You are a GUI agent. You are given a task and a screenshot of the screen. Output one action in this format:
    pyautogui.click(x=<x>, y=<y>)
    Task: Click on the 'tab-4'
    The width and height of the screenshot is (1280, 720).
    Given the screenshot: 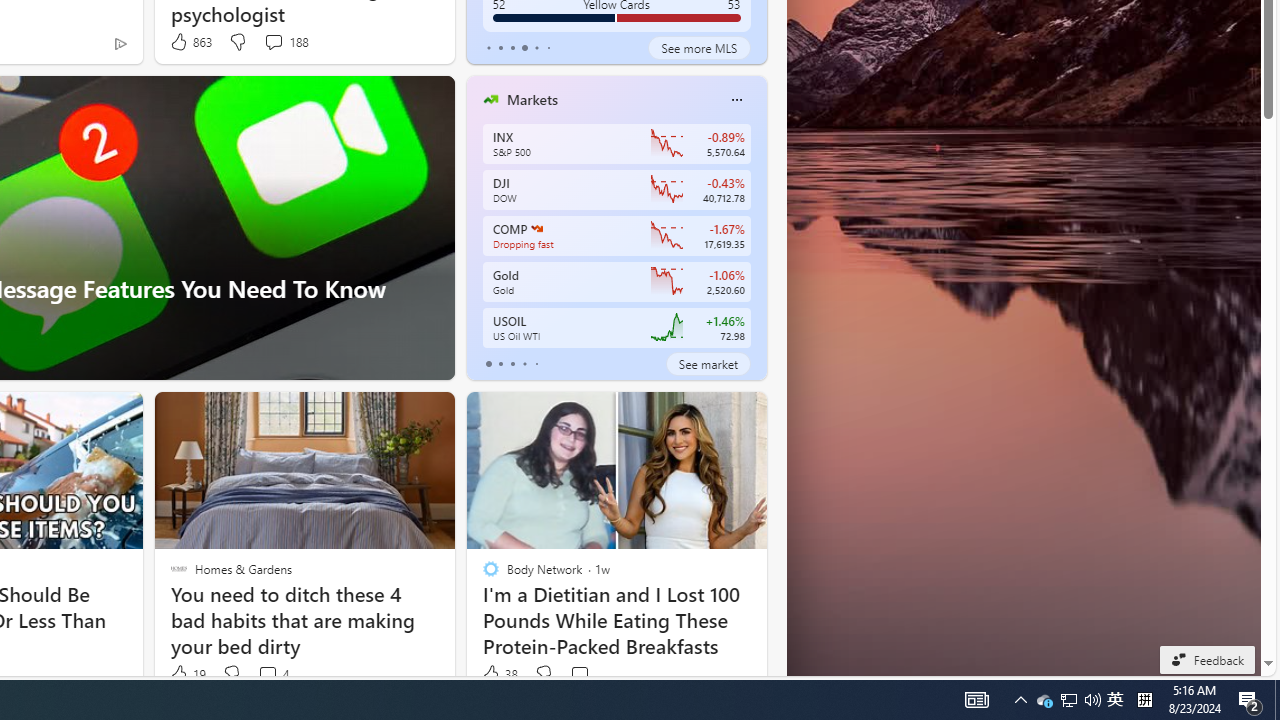 What is the action you would take?
    pyautogui.click(x=536, y=363)
    